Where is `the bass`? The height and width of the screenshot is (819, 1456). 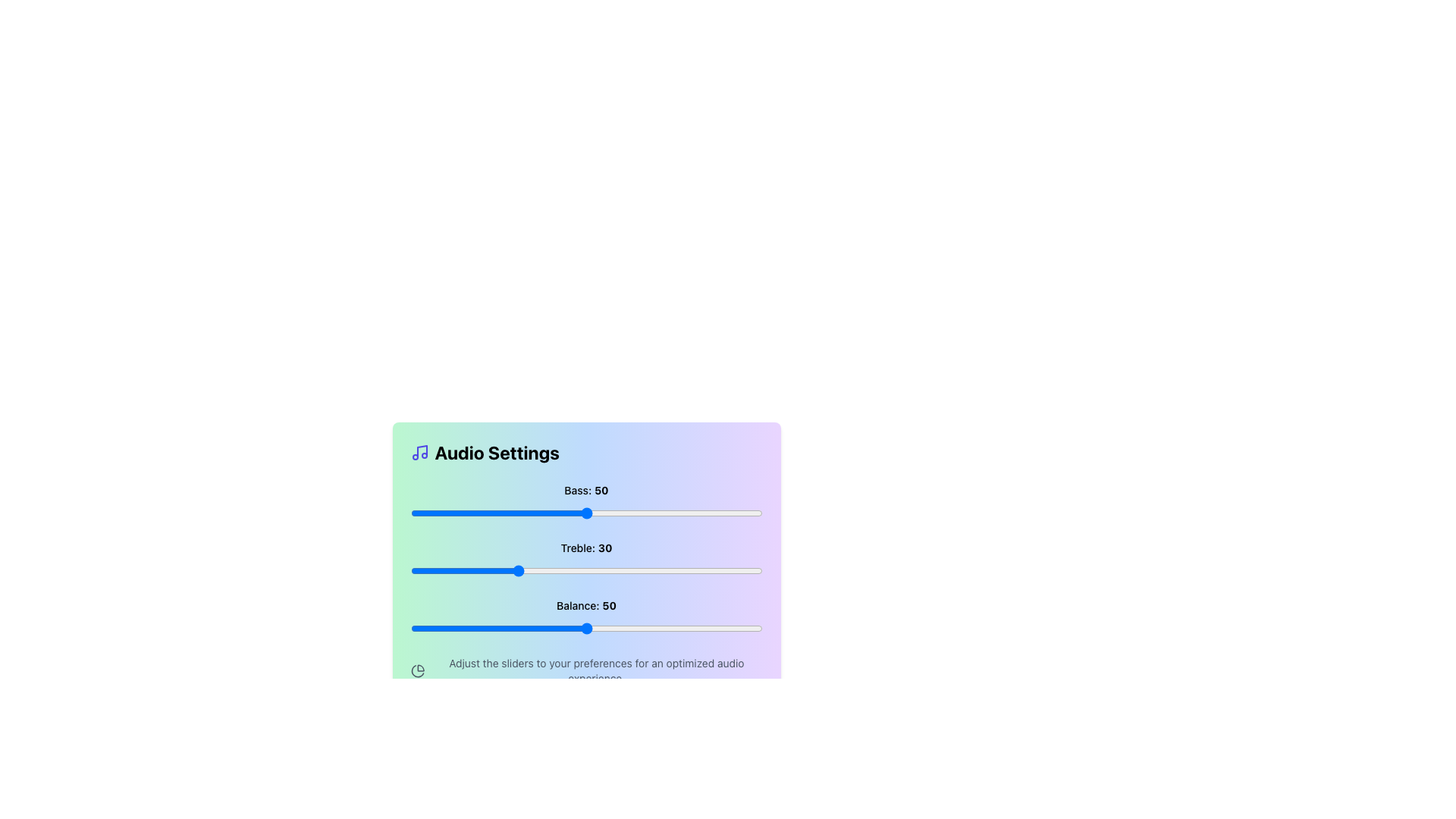
the bass is located at coordinates (476, 513).